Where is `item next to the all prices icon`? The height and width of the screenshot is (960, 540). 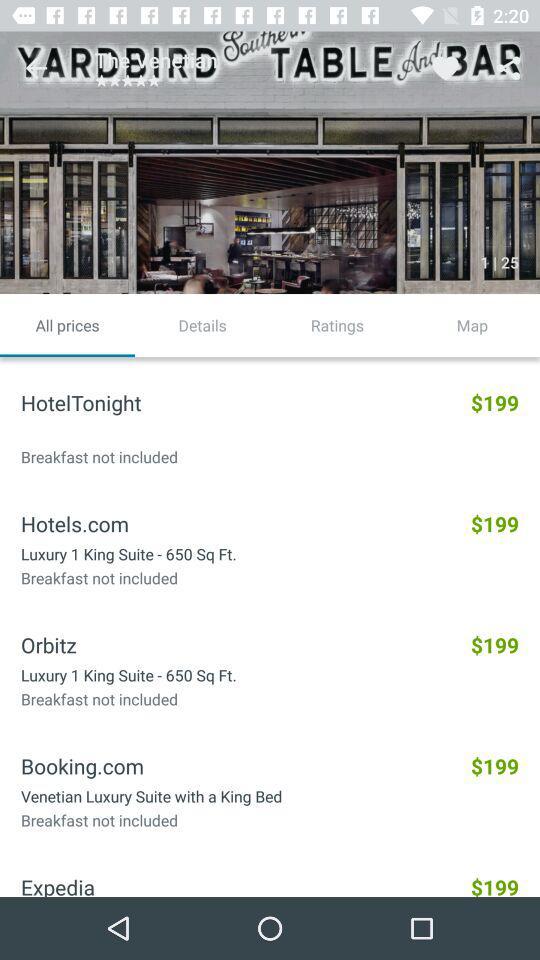
item next to the all prices icon is located at coordinates (202, 325).